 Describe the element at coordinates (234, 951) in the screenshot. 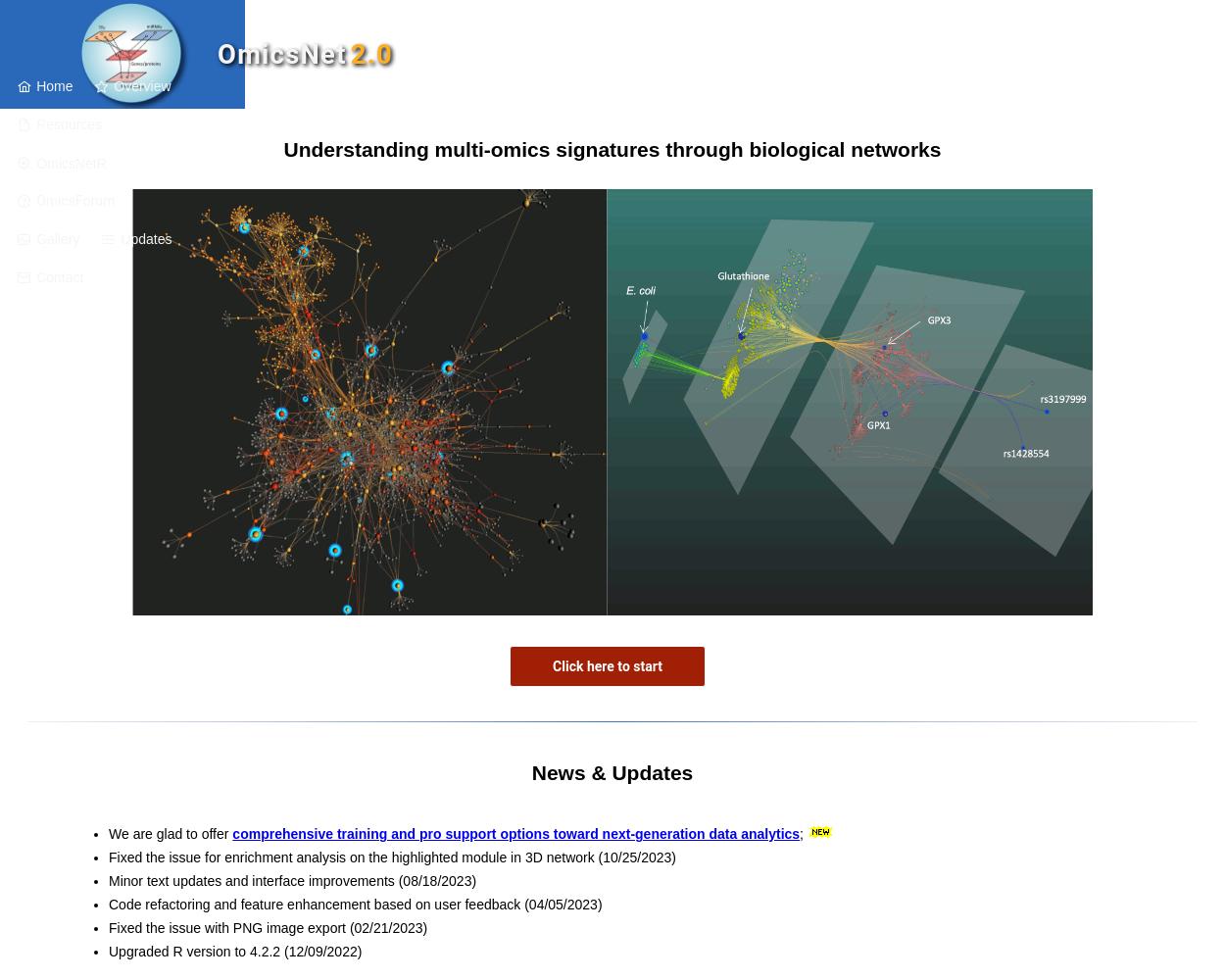

I see `'Upgraded R version to 4.2.2 (12/09/2022)'` at that location.